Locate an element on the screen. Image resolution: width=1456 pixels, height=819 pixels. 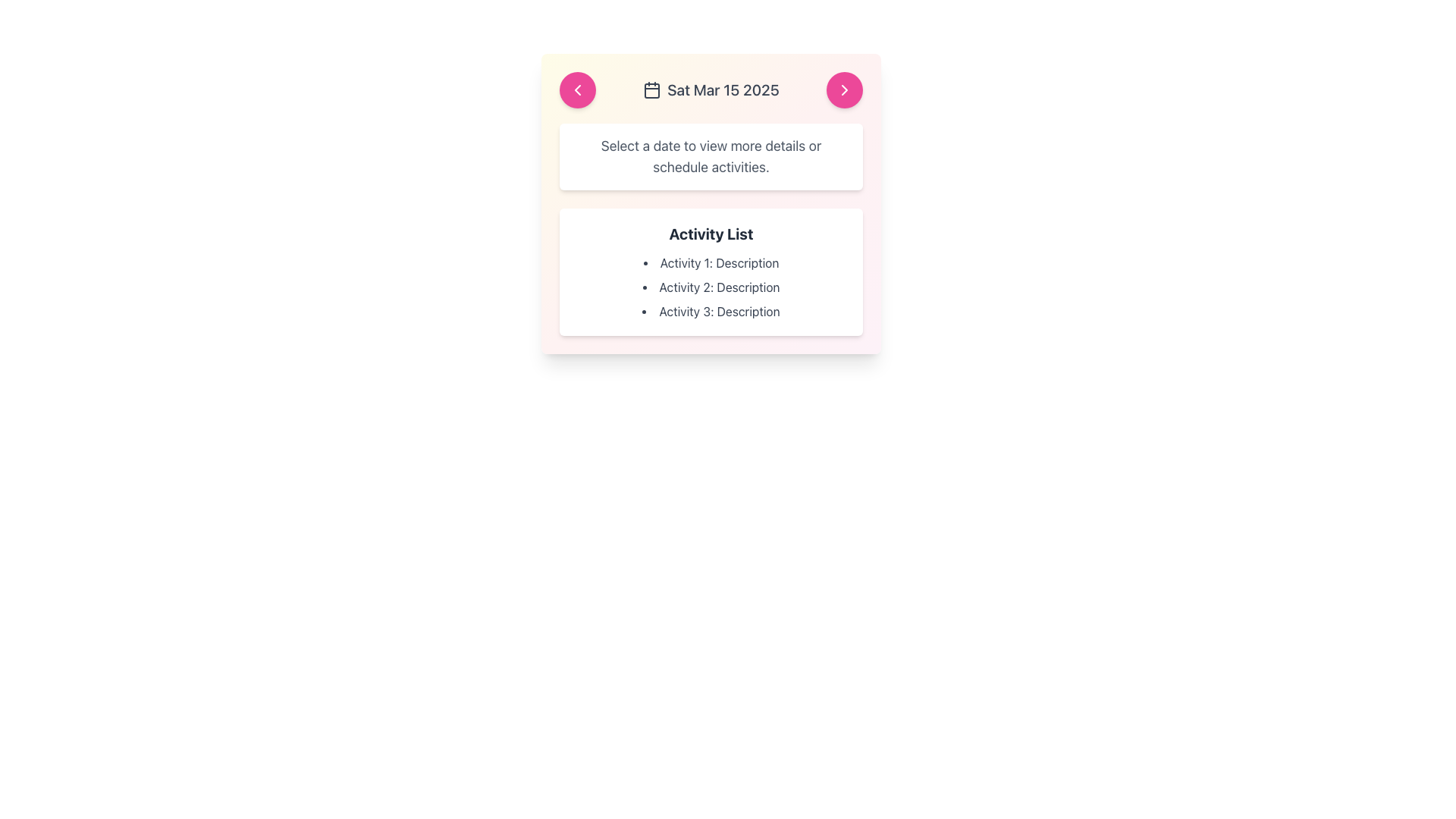
the calendar SVG icon located at the top-left corner of the card component, preceding the text 'Sat Mar 15 2025' is located at coordinates (652, 90).